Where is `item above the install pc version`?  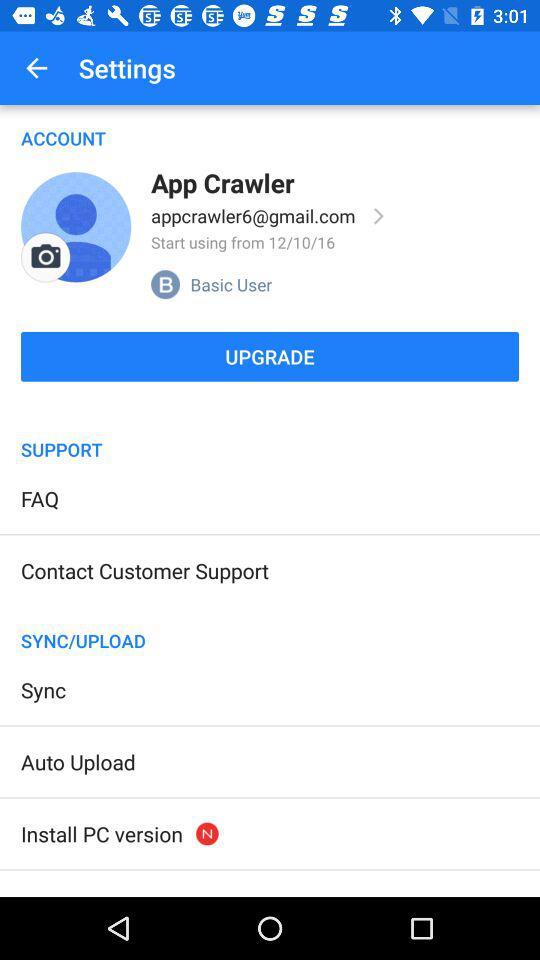 item above the install pc version is located at coordinates (77, 760).